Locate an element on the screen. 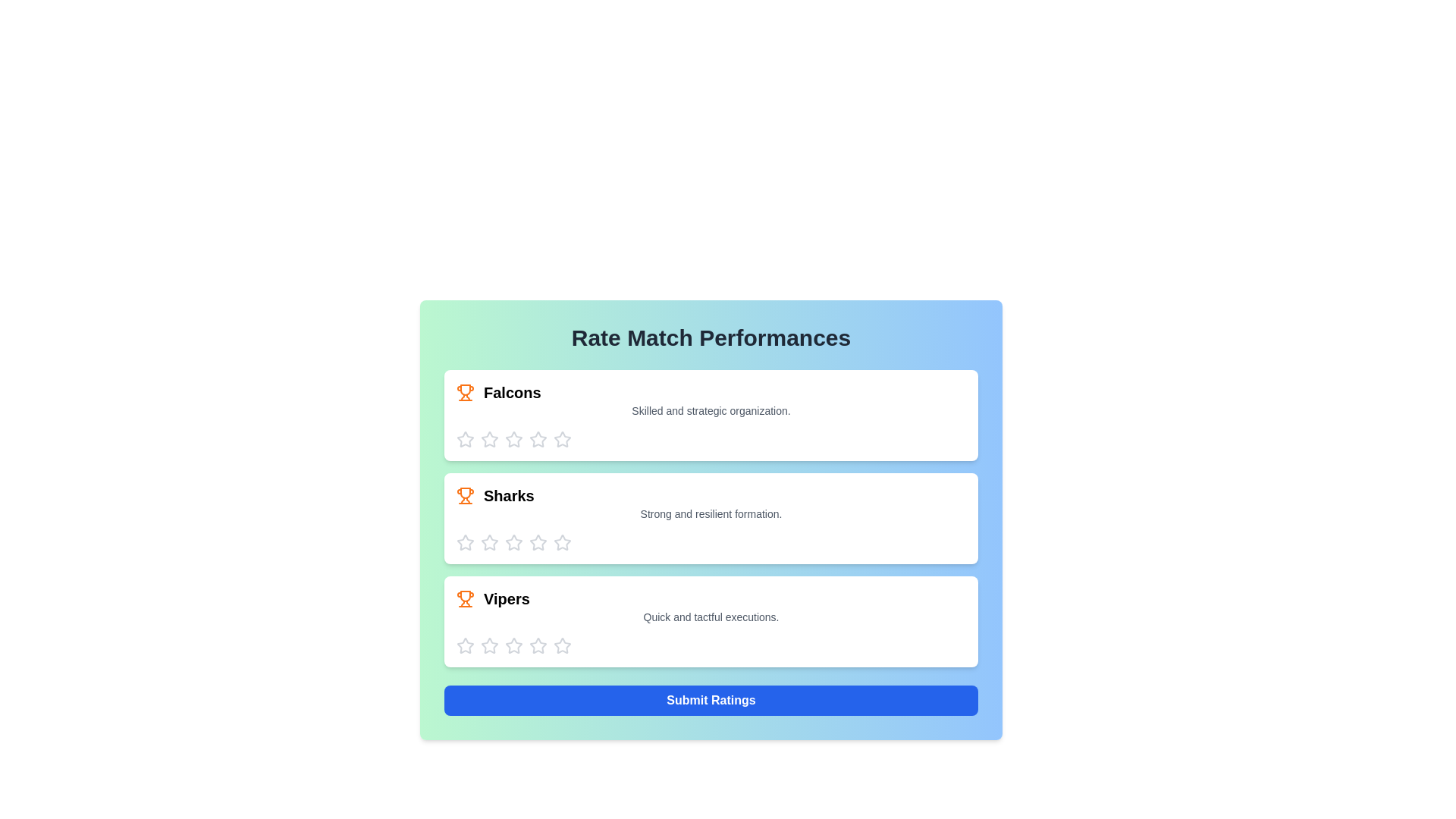 Image resolution: width=1456 pixels, height=819 pixels. the Vipers team's 2 star to set the rating is located at coordinates (490, 646).